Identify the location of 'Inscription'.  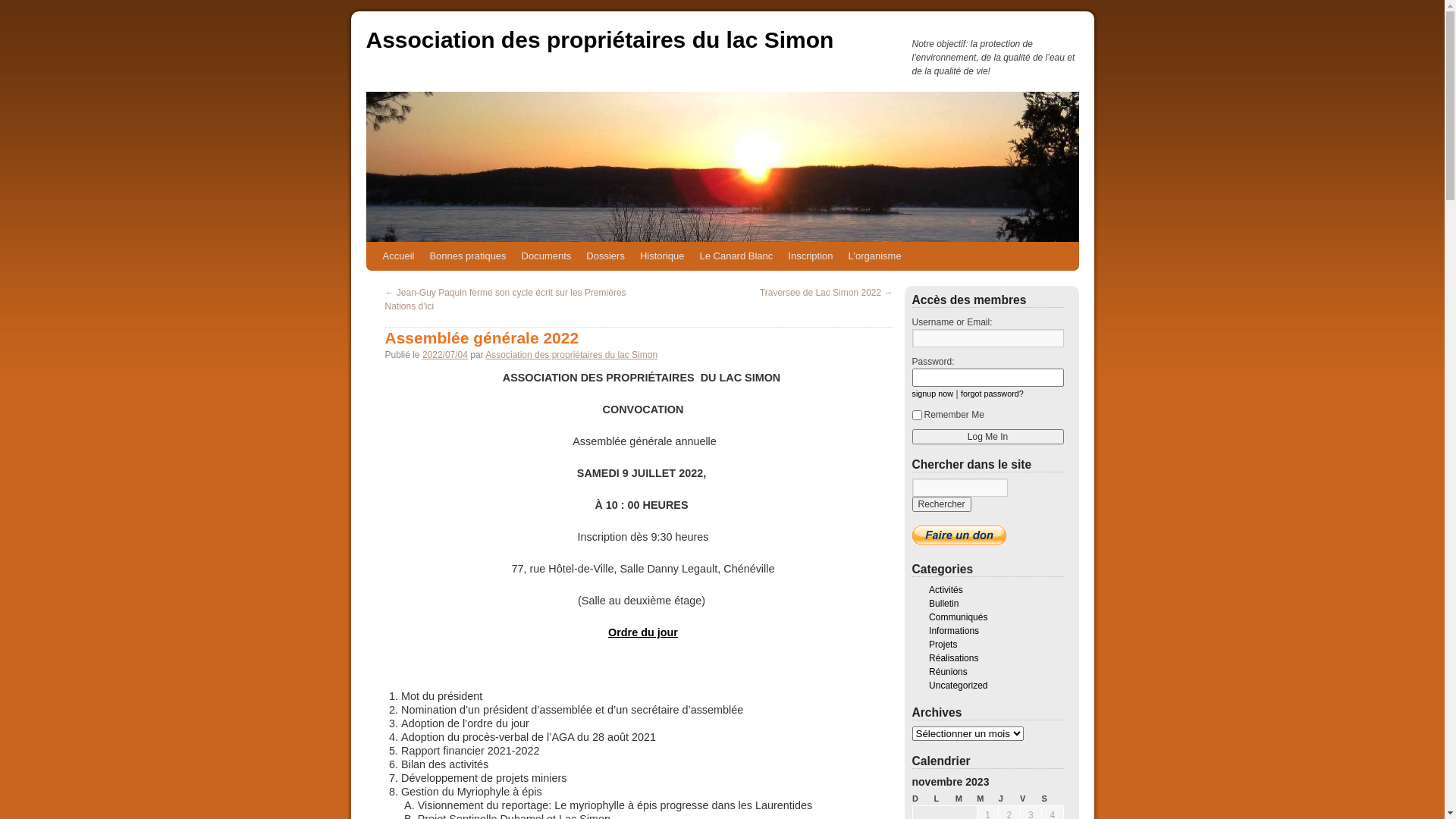
(809, 256).